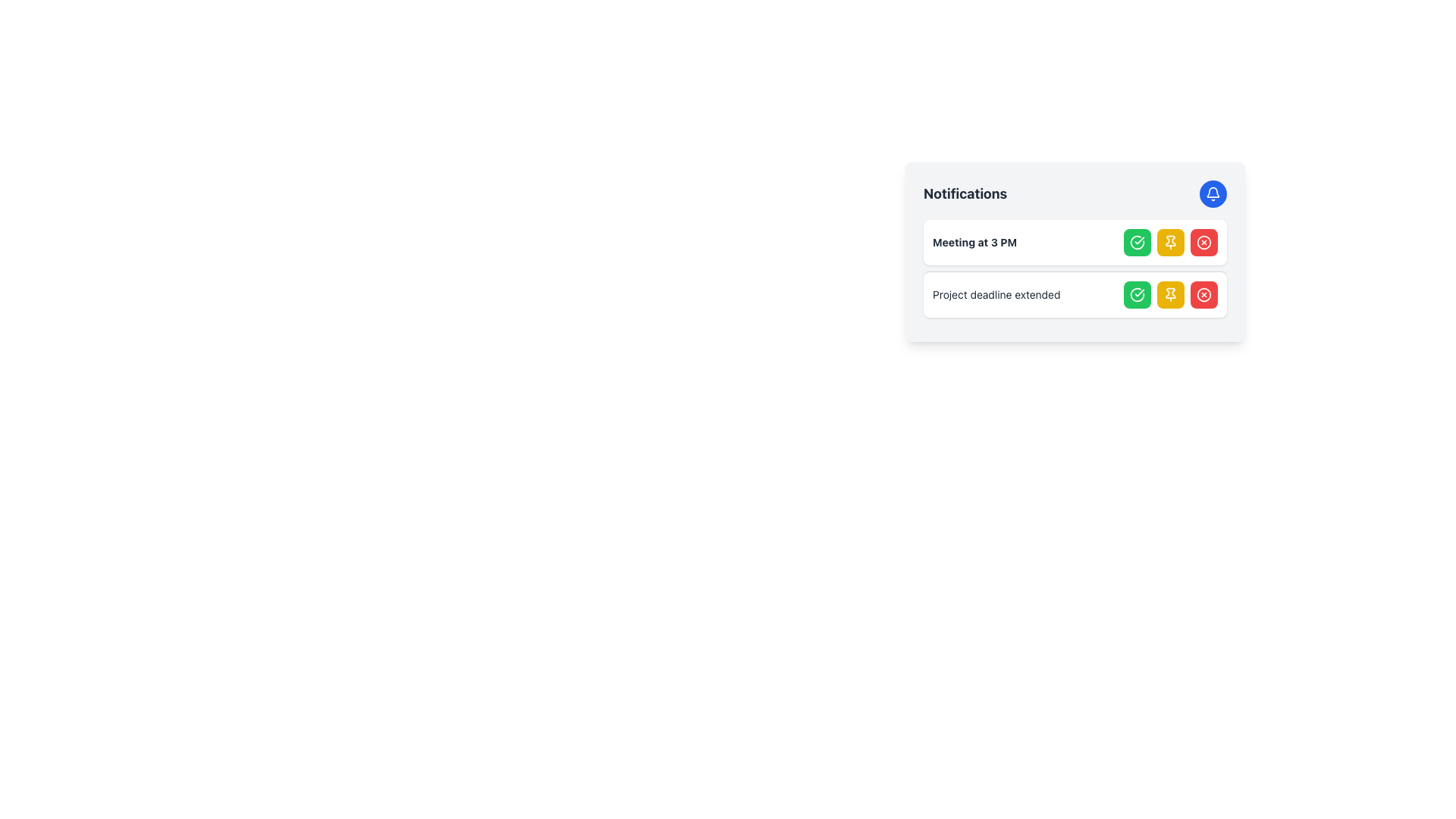 The width and height of the screenshot is (1456, 819). Describe the element at coordinates (1170, 242) in the screenshot. I see `the yellow button with a white pin icon, which is the second button from the left in the group aligned to the right of the 'Meeting at 3 PM' notification` at that location.